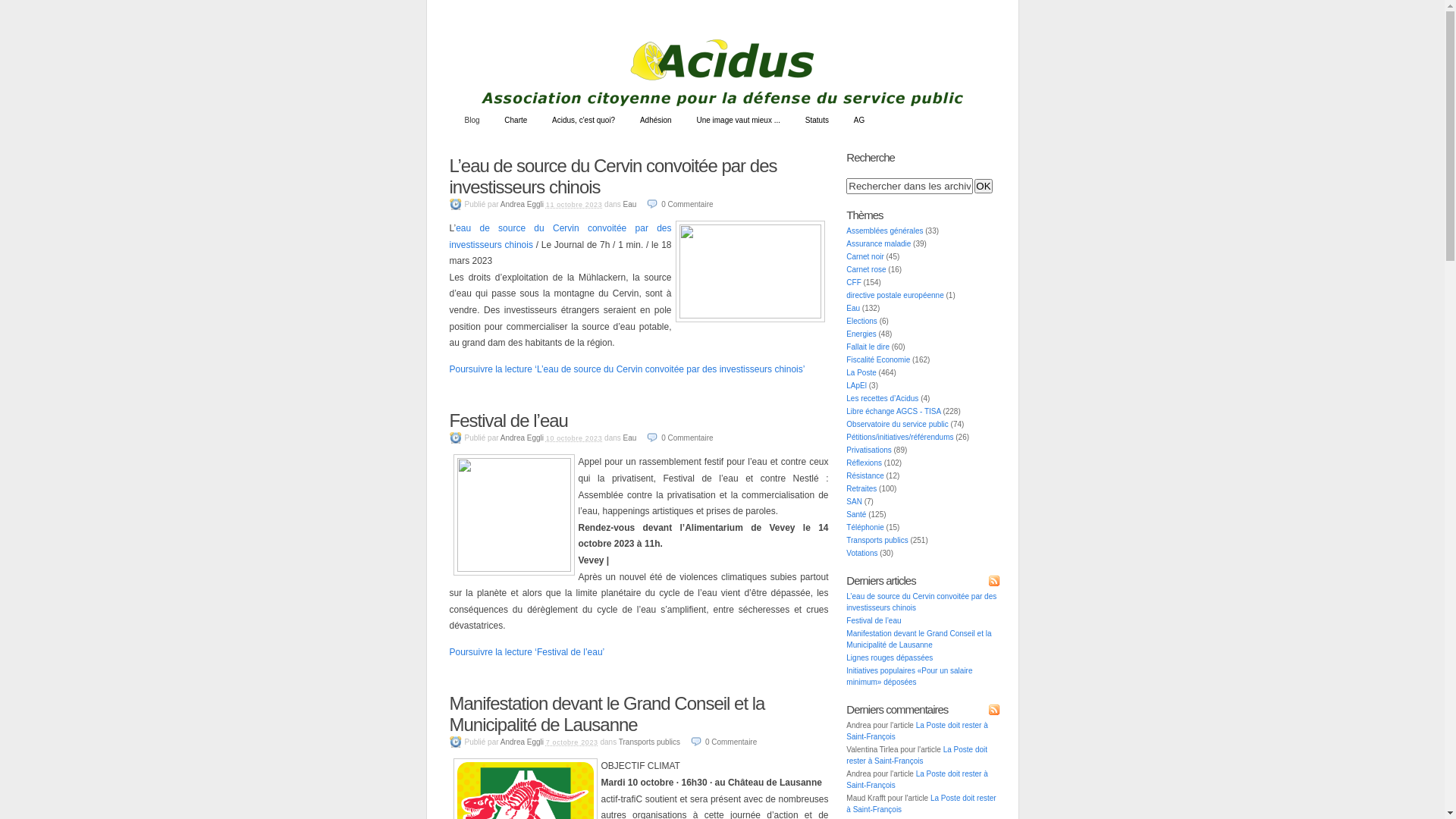 Image resolution: width=1456 pixels, height=819 pixels. What do you see at coordinates (841, 119) in the screenshot?
I see `'AG'` at bounding box center [841, 119].